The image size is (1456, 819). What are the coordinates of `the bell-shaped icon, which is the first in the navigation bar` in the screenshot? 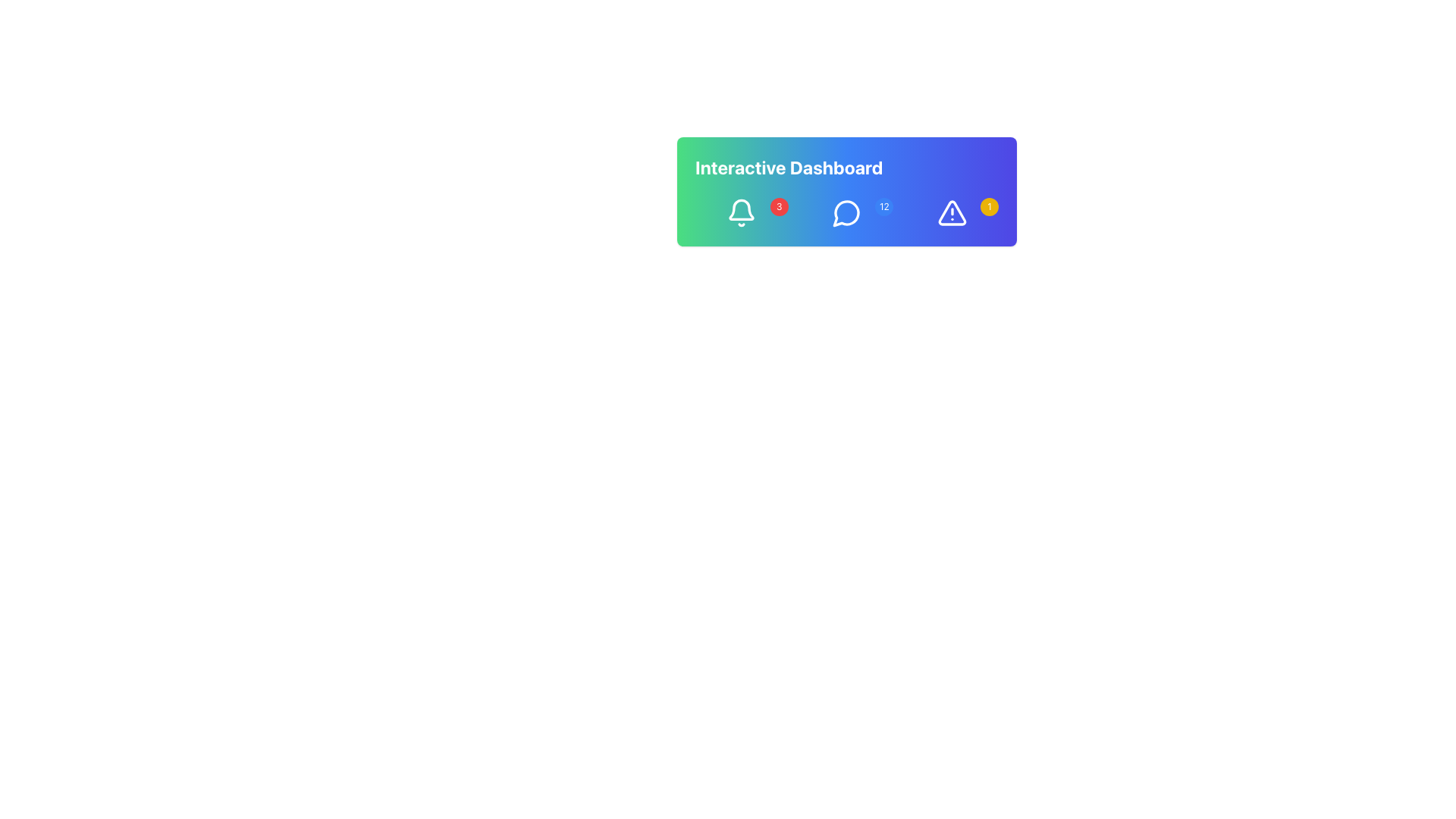 It's located at (742, 213).